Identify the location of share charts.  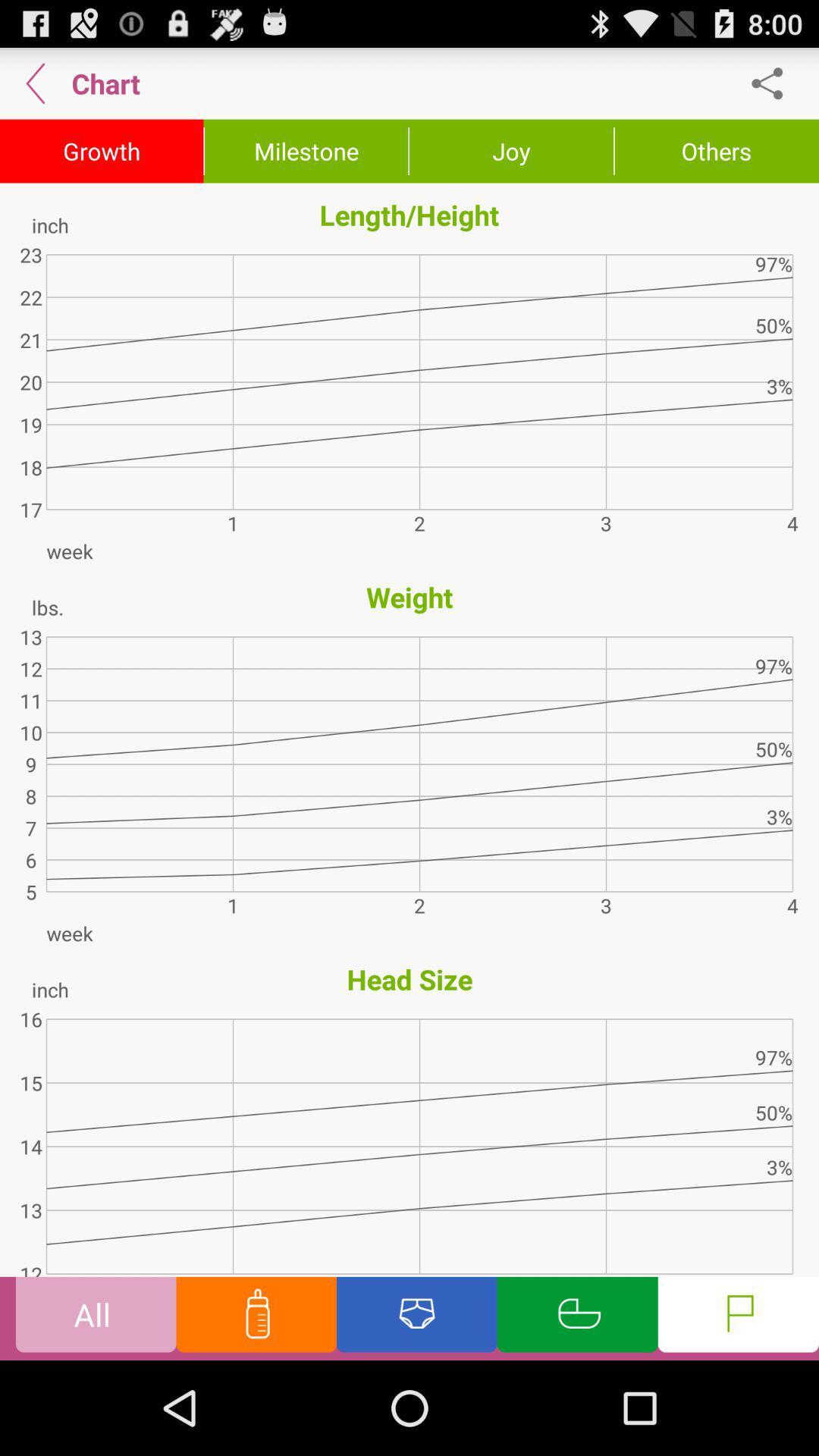
(775, 83).